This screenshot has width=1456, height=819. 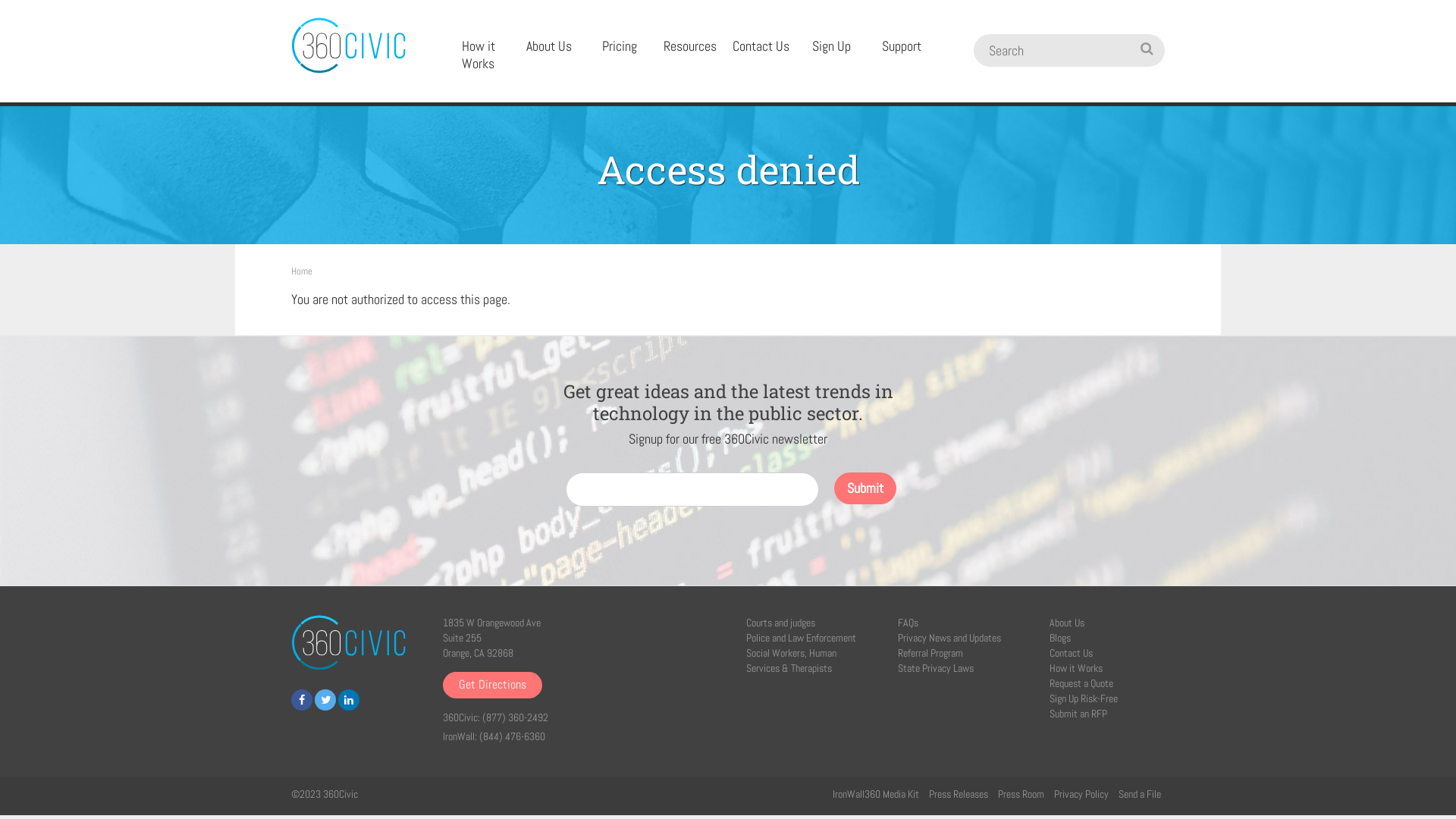 What do you see at coordinates (1080, 683) in the screenshot?
I see `'Request a Quote'` at bounding box center [1080, 683].